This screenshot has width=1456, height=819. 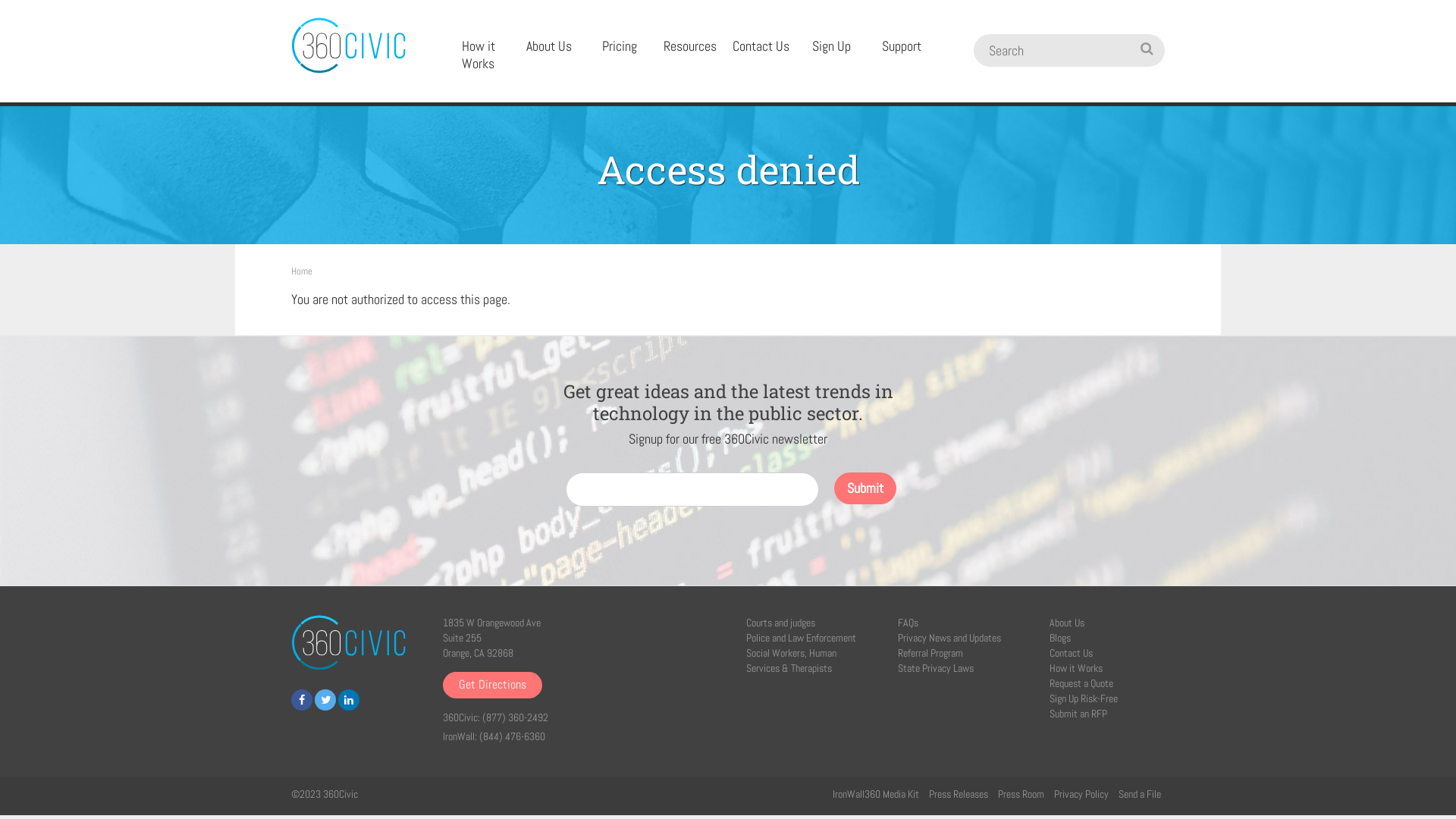 What do you see at coordinates (1080, 683) in the screenshot?
I see `'Request a Quote'` at bounding box center [1080, 683].